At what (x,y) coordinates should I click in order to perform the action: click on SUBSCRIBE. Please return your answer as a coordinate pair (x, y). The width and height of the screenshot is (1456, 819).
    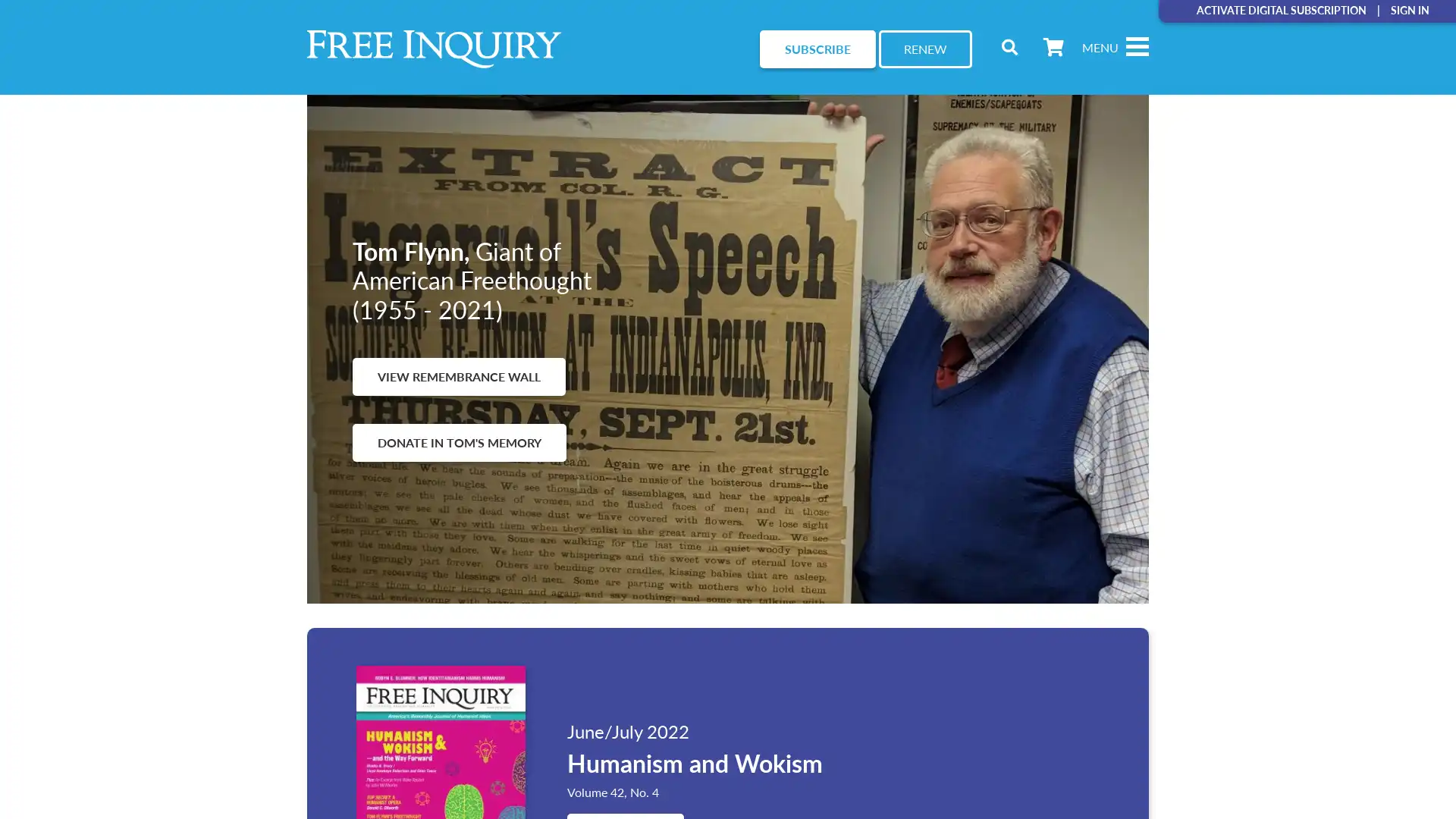
    Looking at the image, I should click on (817, 49).